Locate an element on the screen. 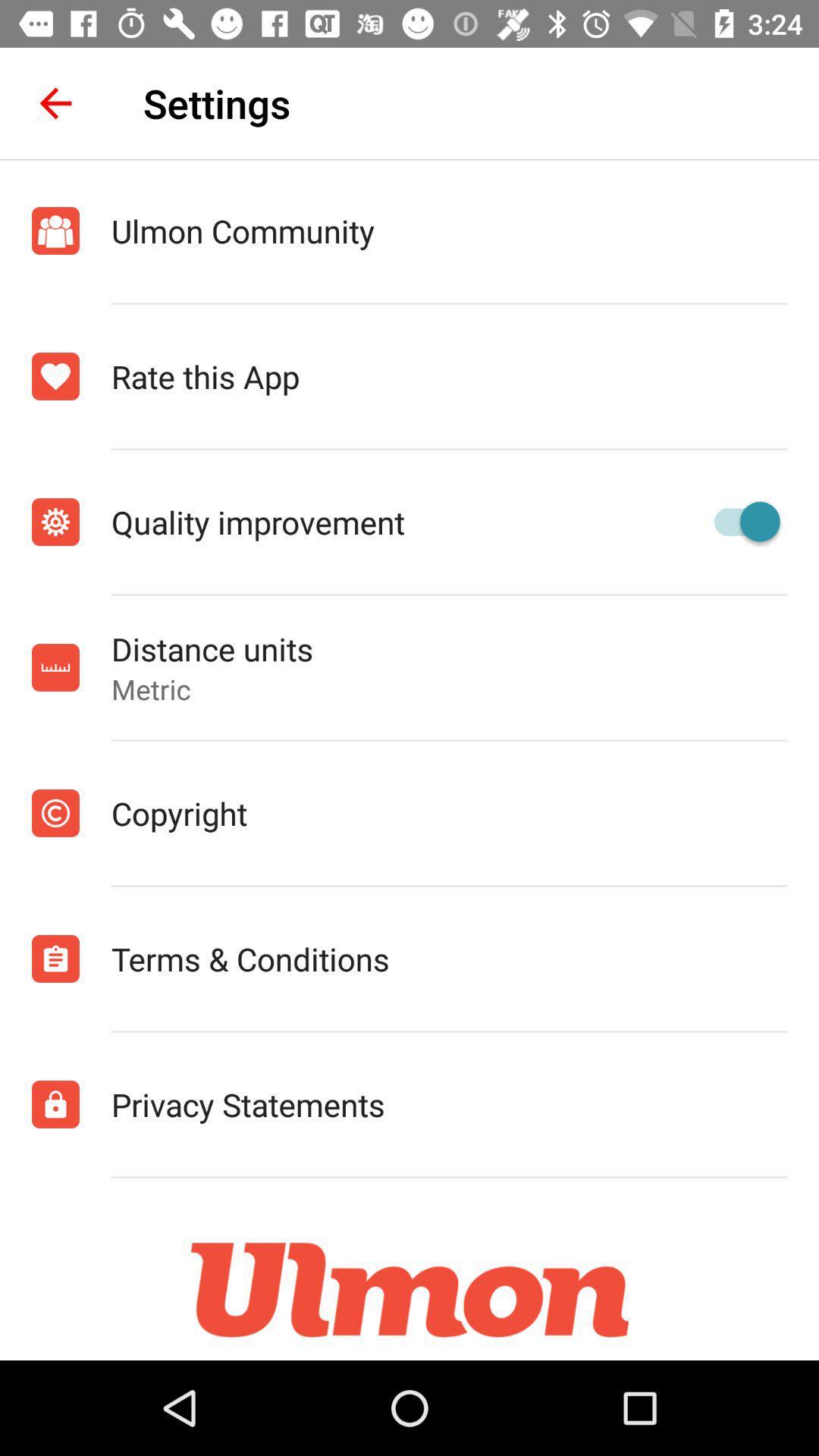 The height and width of the screenshot is (1456, 819). item next to settings icon is located at coordinates (55, 102).